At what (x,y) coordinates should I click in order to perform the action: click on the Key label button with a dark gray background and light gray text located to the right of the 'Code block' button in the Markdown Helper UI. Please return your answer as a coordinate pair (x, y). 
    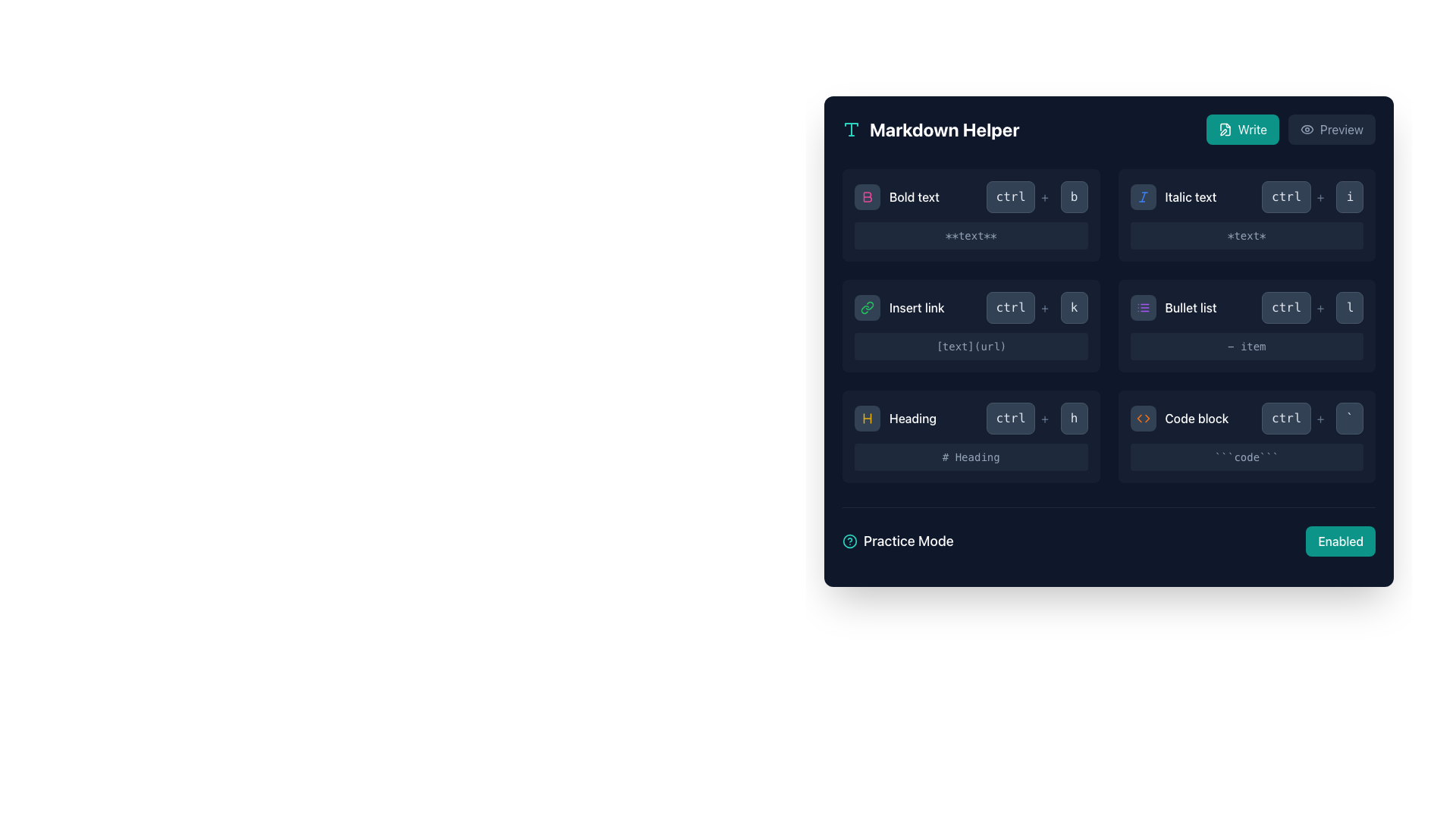
    Looking at the image, I should click on (1350, 418).